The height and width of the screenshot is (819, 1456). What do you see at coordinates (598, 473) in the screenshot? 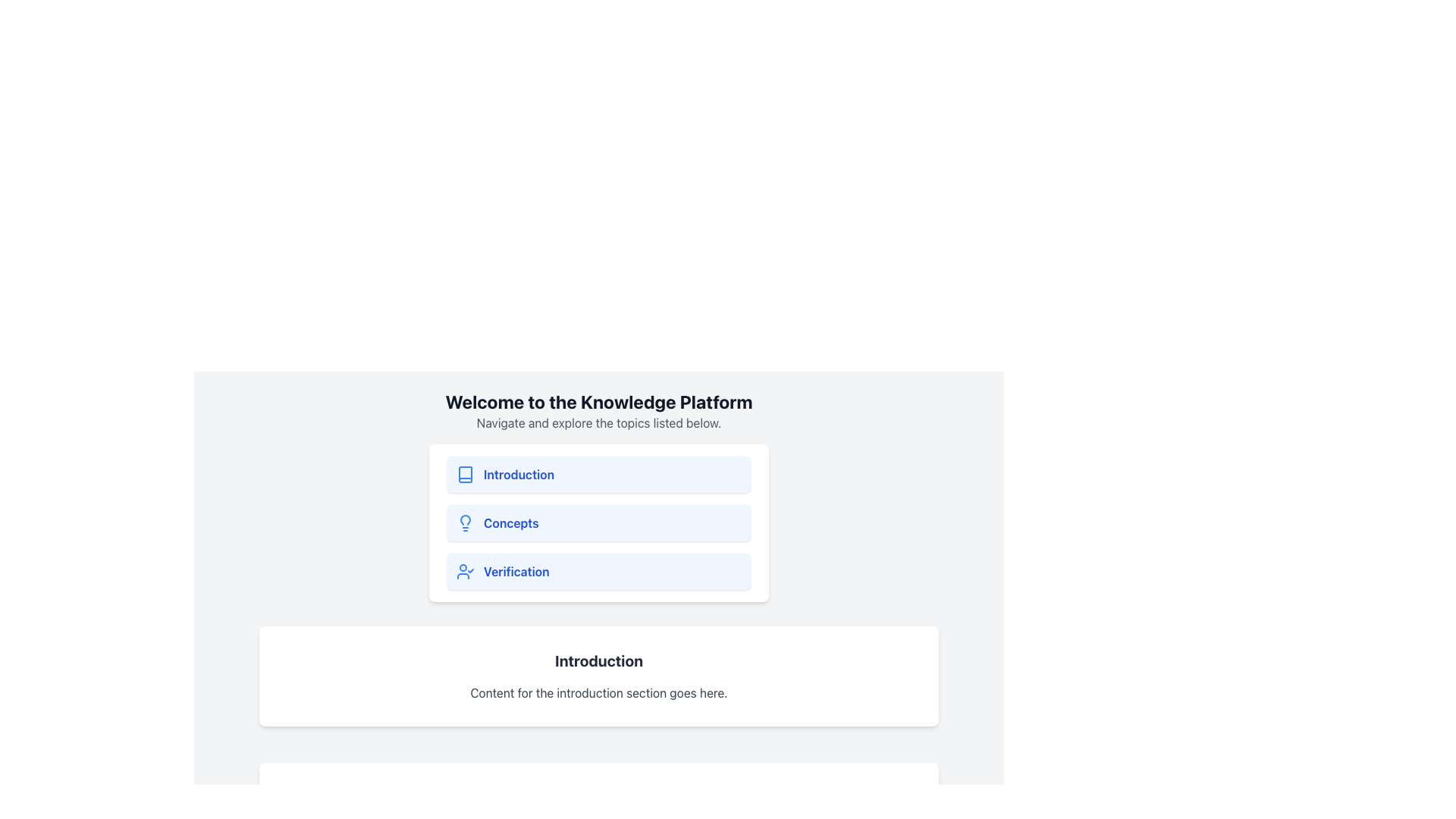
I see `the first navigational button that redirects users to the 'Introduction' section of the application, located above the 'Concepts' button` at bounding box center [598, 473].